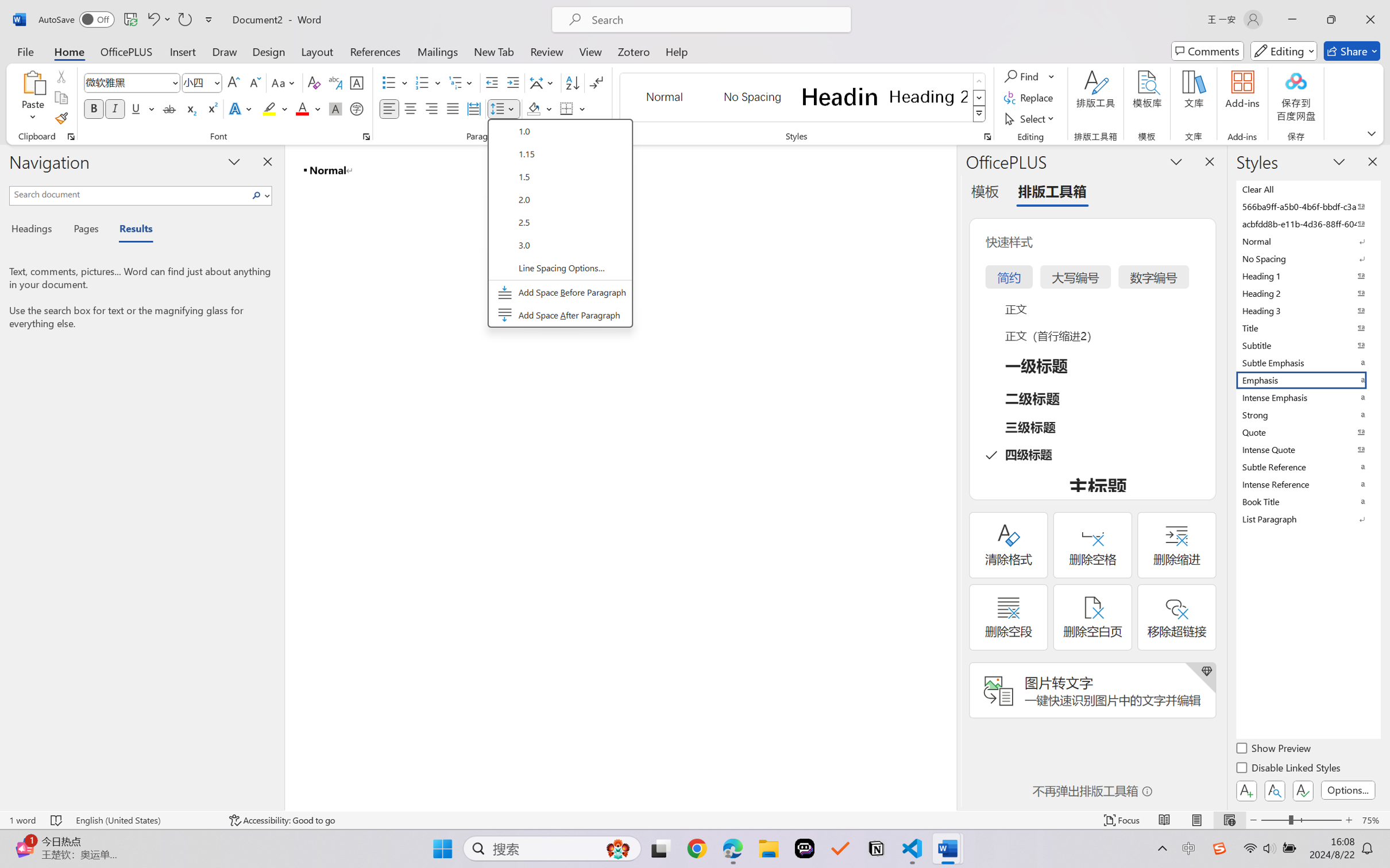 The height and width of the screenshot is (868, 1390). I want to click on 'Spelling and Grammar Check No Errors', so click(56, 820).